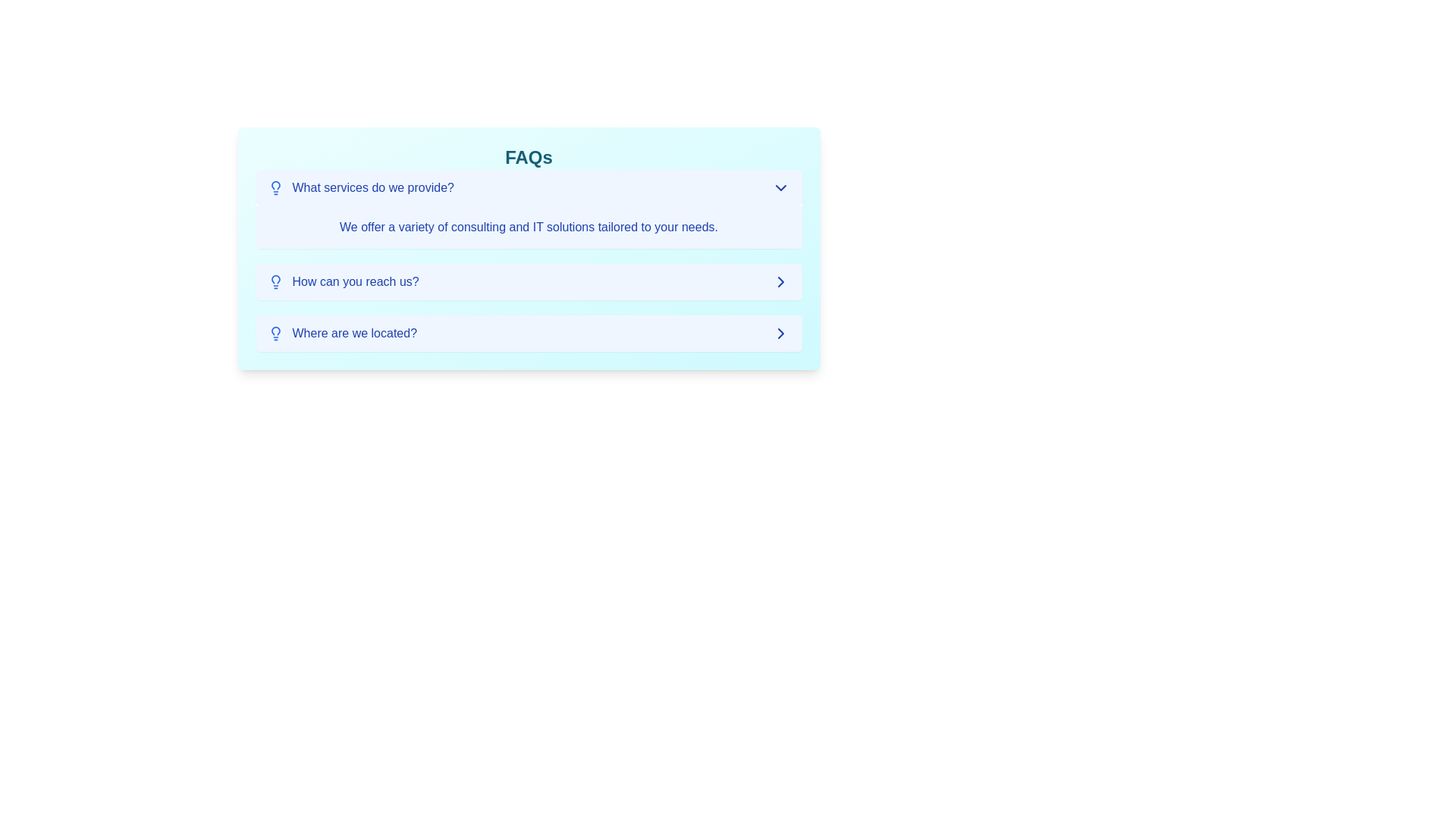 This screenshot has height=819, width=1456. What do you see at coordinates (343, 281) in the screenshot?
I see `the clickable area surrounding the text 'How can you reach us?' in the FAQ section, which includes the light bulb icon and the row it is in` at bounding box center [343, 281].